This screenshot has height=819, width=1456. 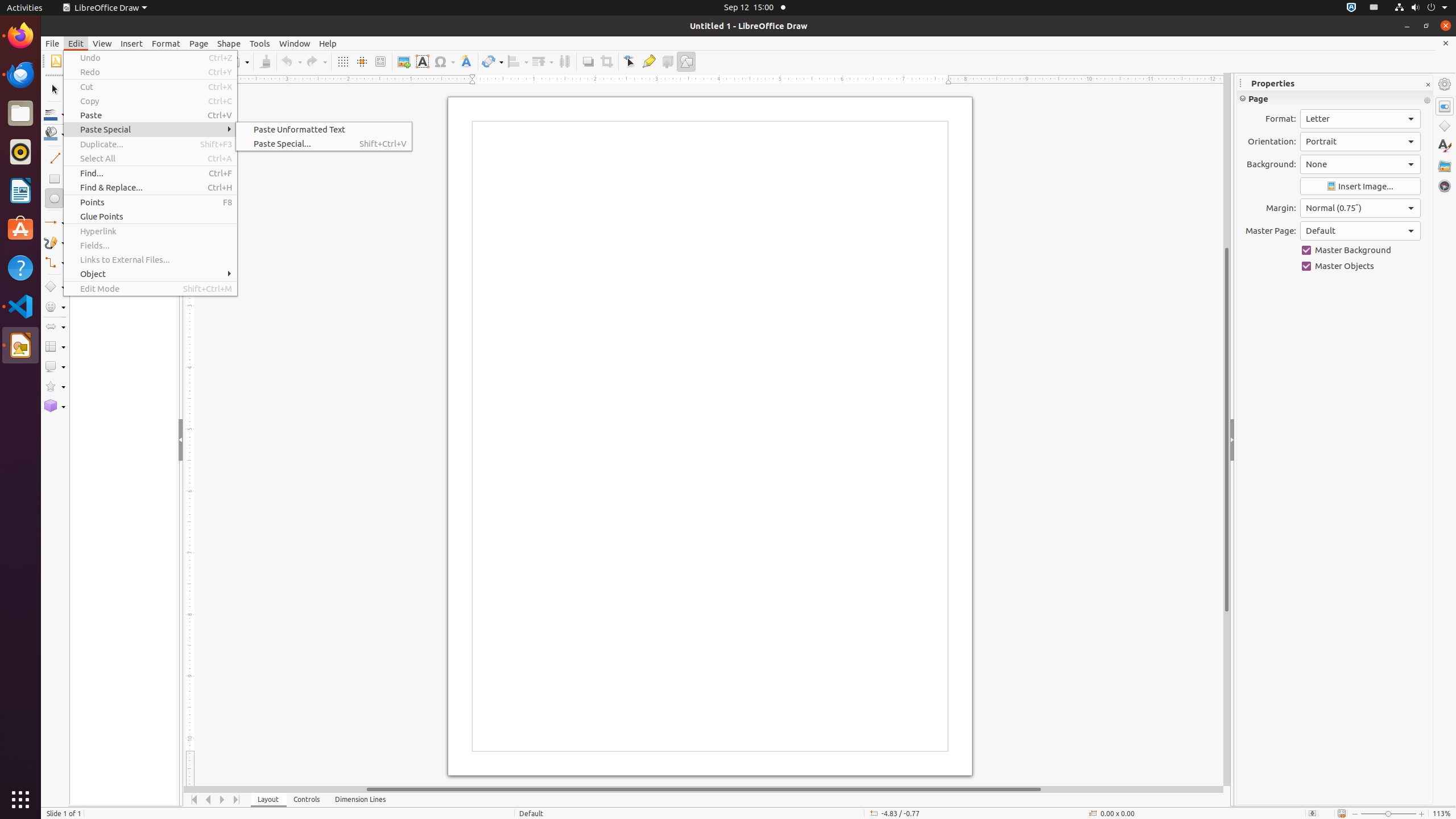 I want to click on 'View', so click(x=102, y=43).